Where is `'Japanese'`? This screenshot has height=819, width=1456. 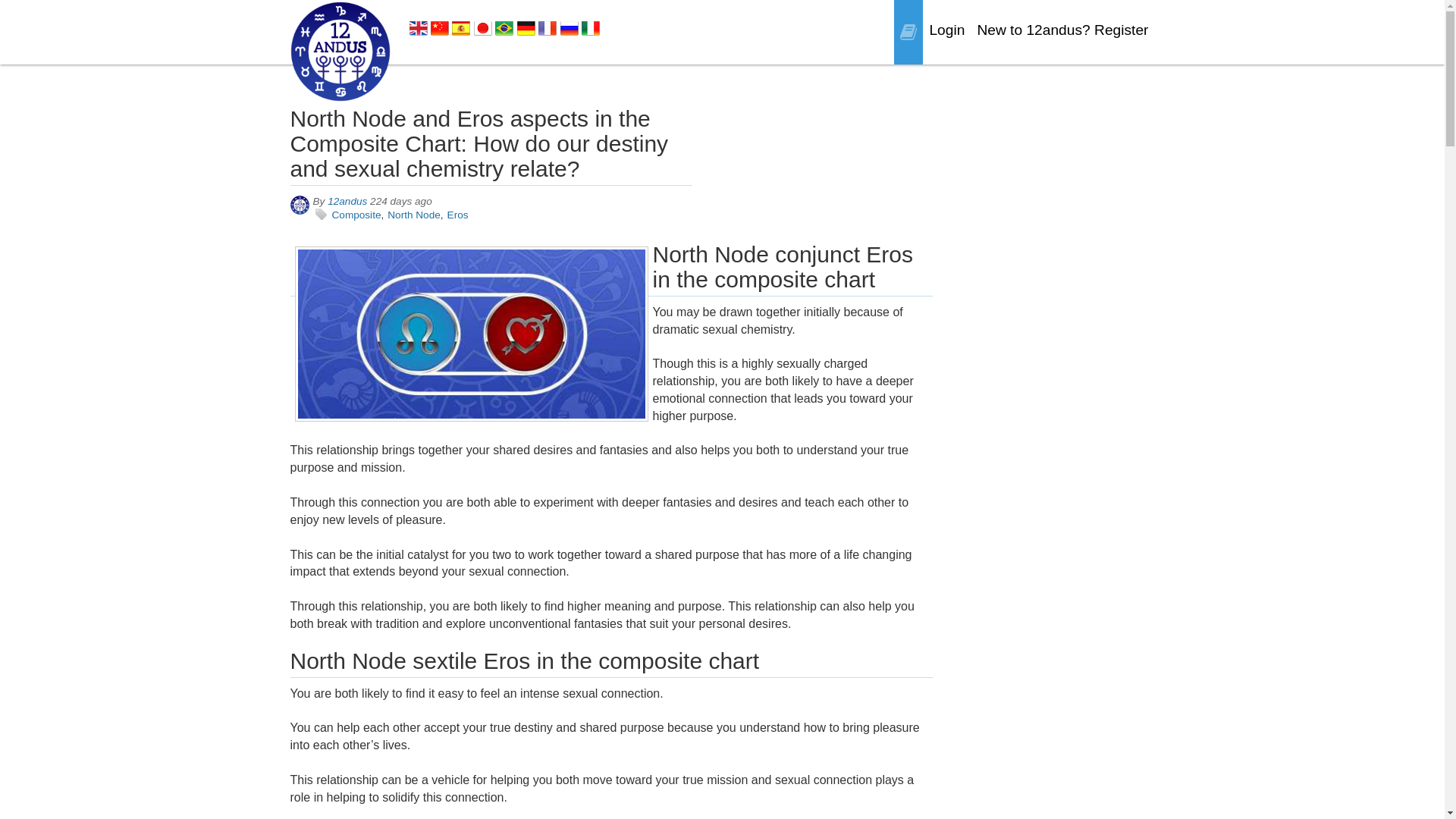 'Japanese' is located at coordinates (472, 27).